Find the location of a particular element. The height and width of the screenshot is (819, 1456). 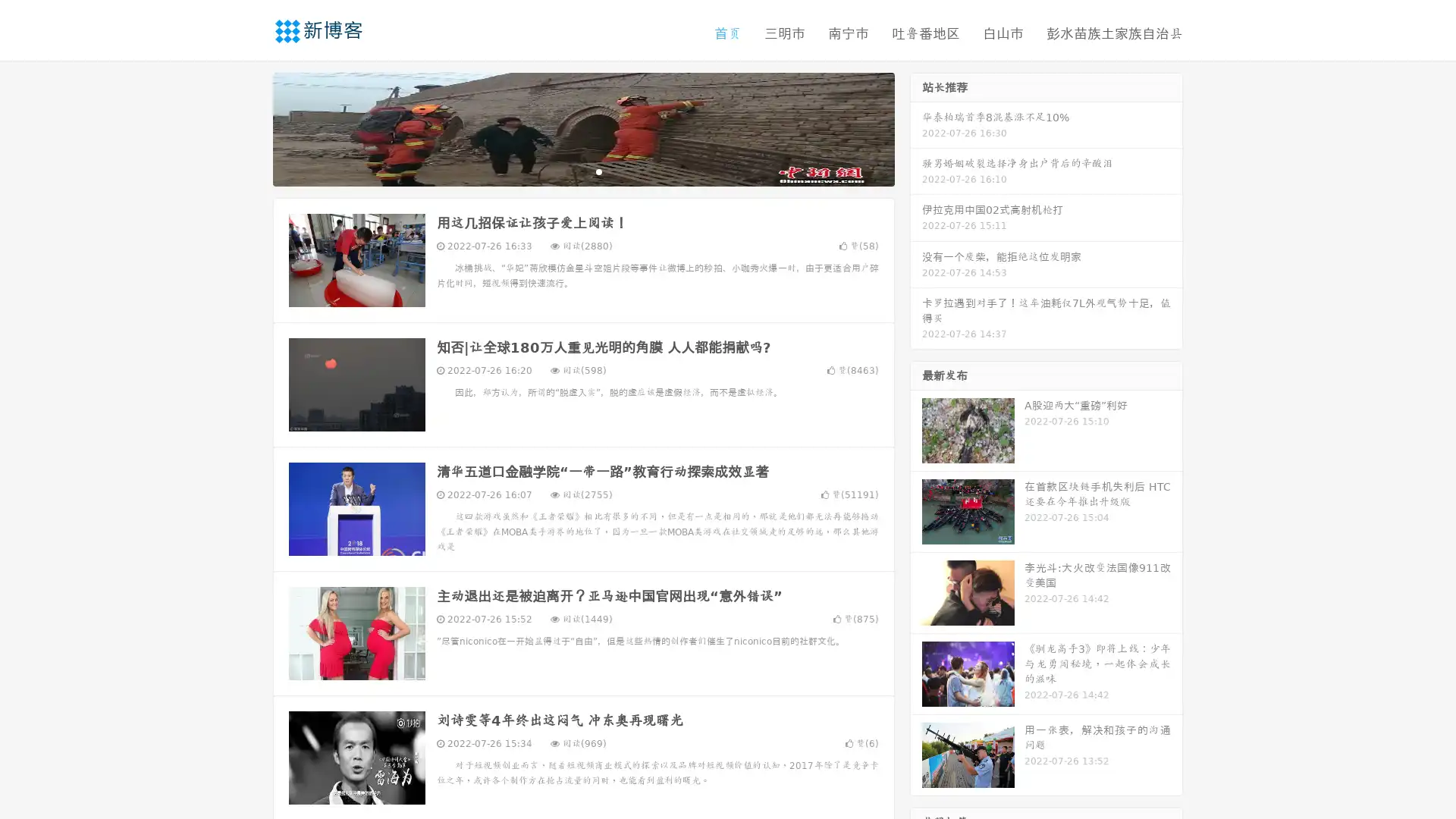

Go to slide 1 is located at coordinates (567, 171).